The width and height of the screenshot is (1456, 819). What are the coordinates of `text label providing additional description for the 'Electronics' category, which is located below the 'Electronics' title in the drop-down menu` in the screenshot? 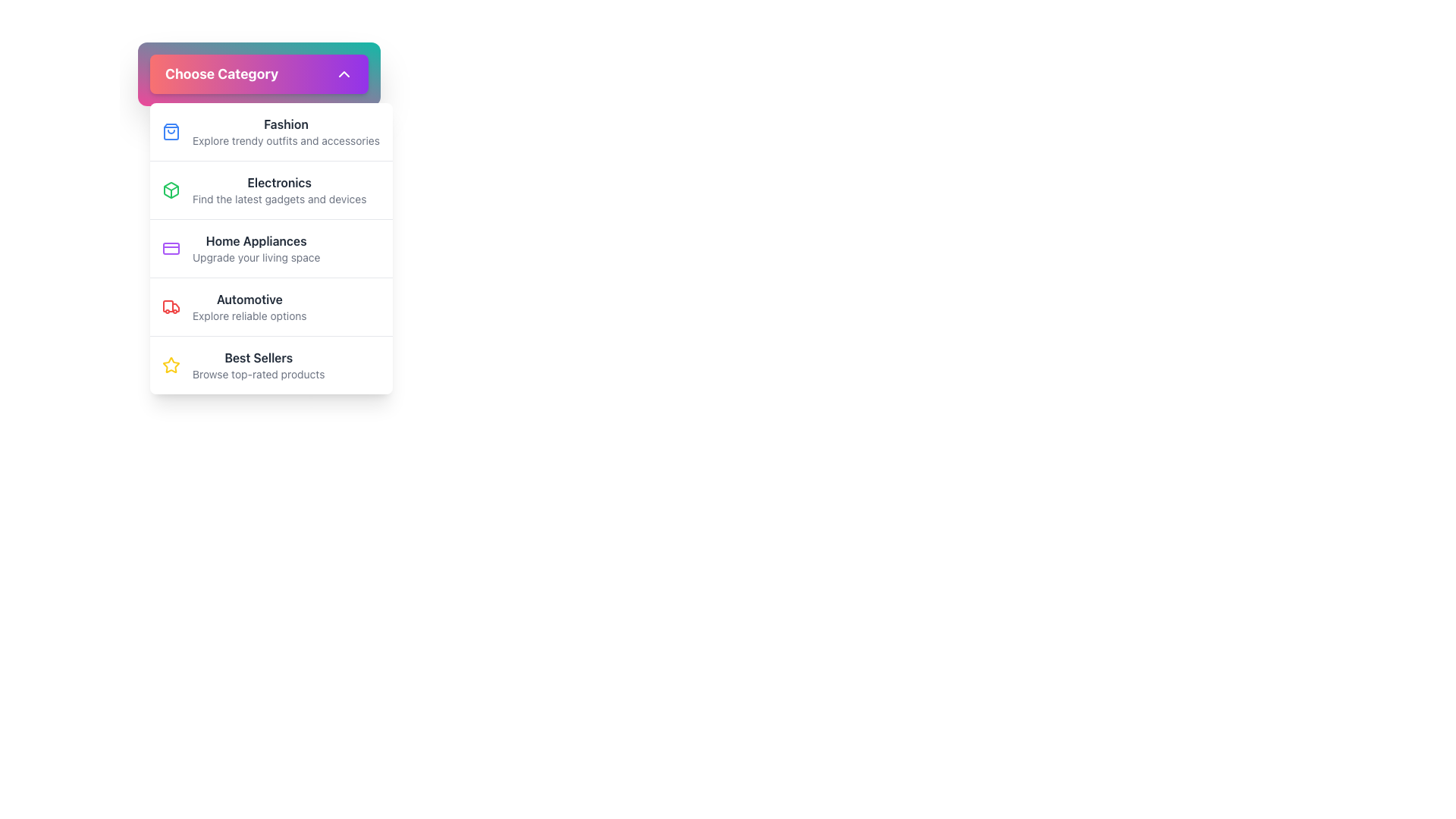 It's located at (279, 198).